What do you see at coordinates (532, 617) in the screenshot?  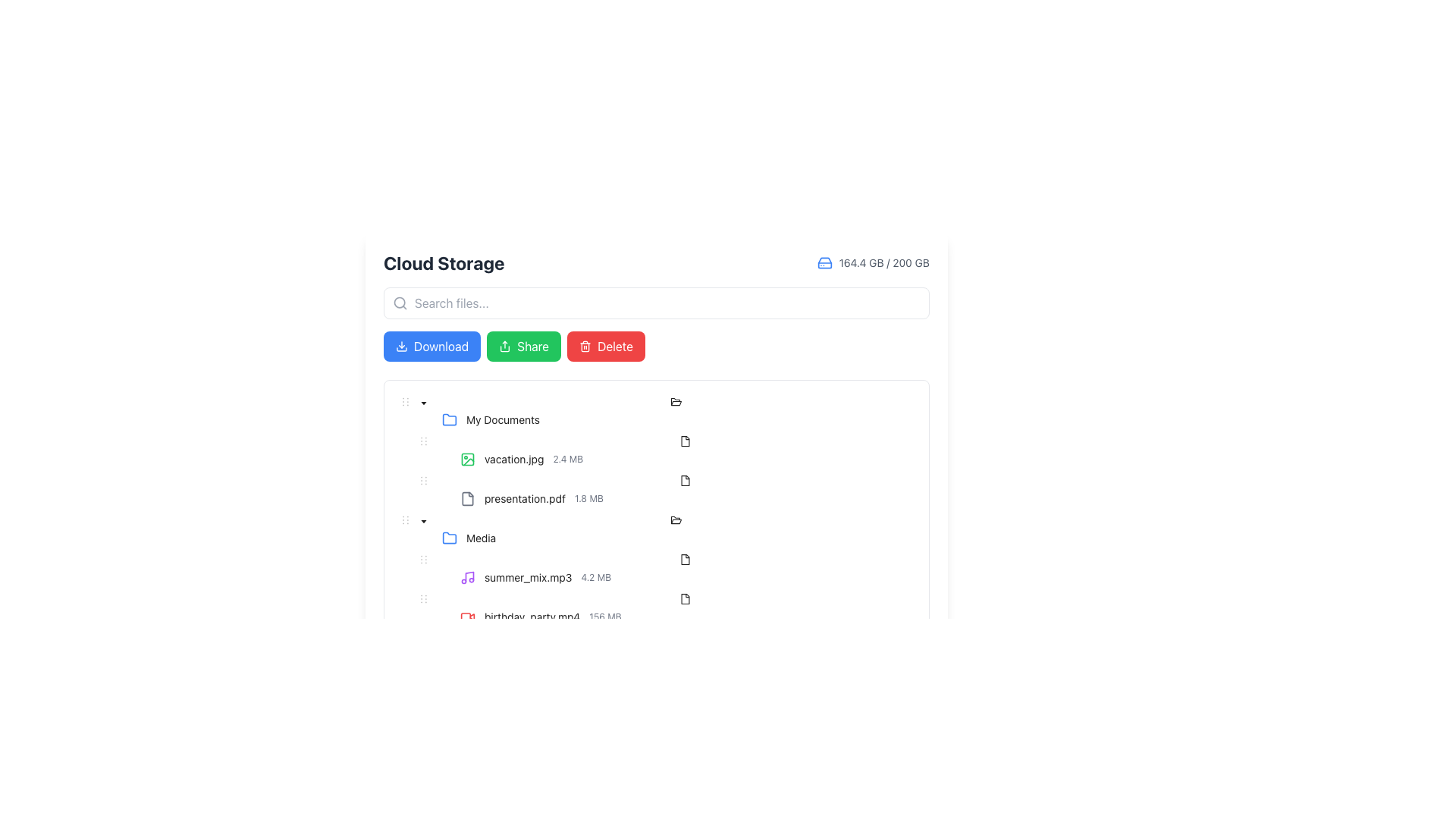 I see `the static text representing the video file name 'birthday_party.mp4' located in the 'Media' folder section, which is the last listed item in that section` at bounding box center [532, 617].